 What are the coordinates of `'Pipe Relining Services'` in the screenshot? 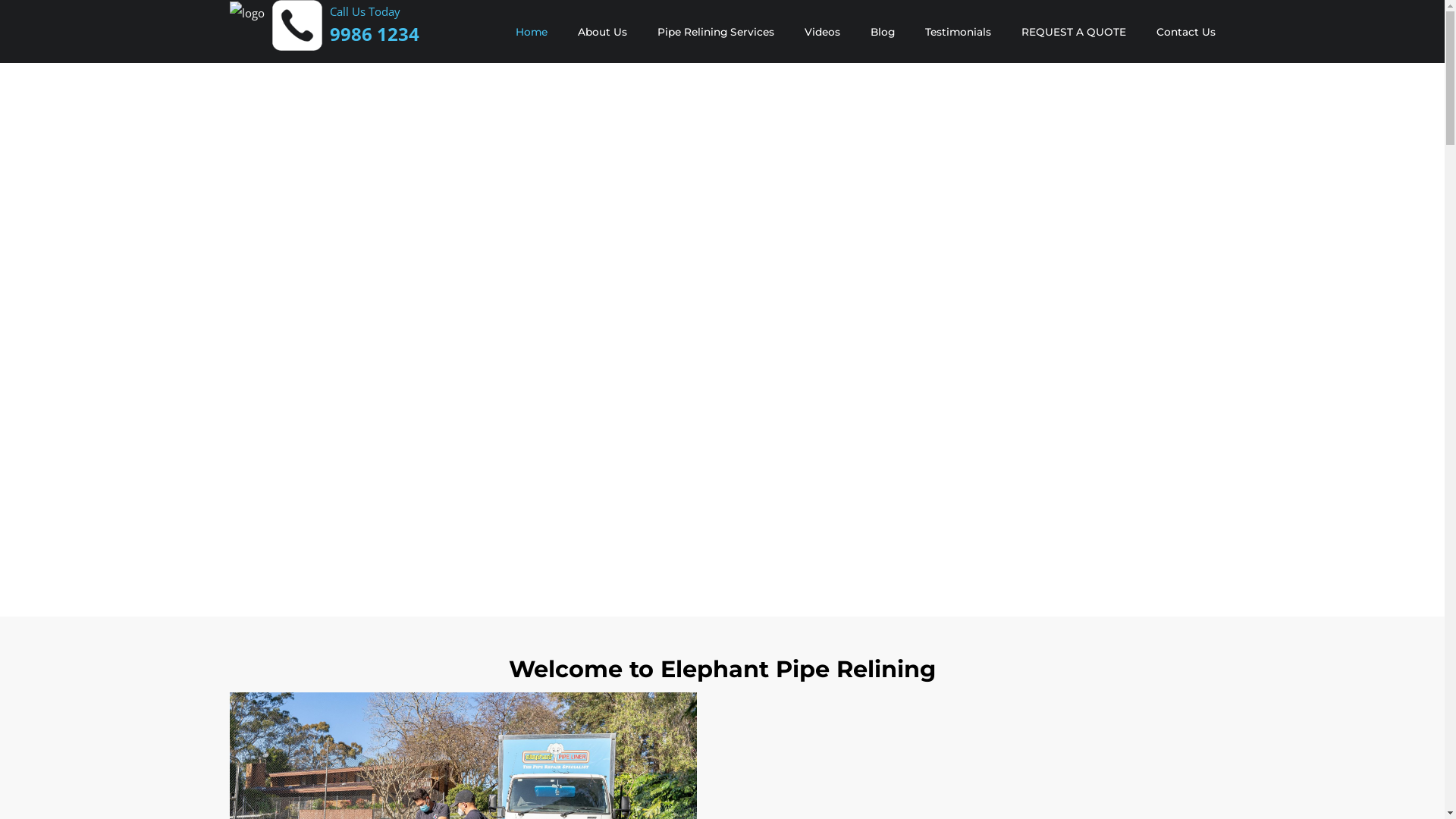 It's located at (714, 32).